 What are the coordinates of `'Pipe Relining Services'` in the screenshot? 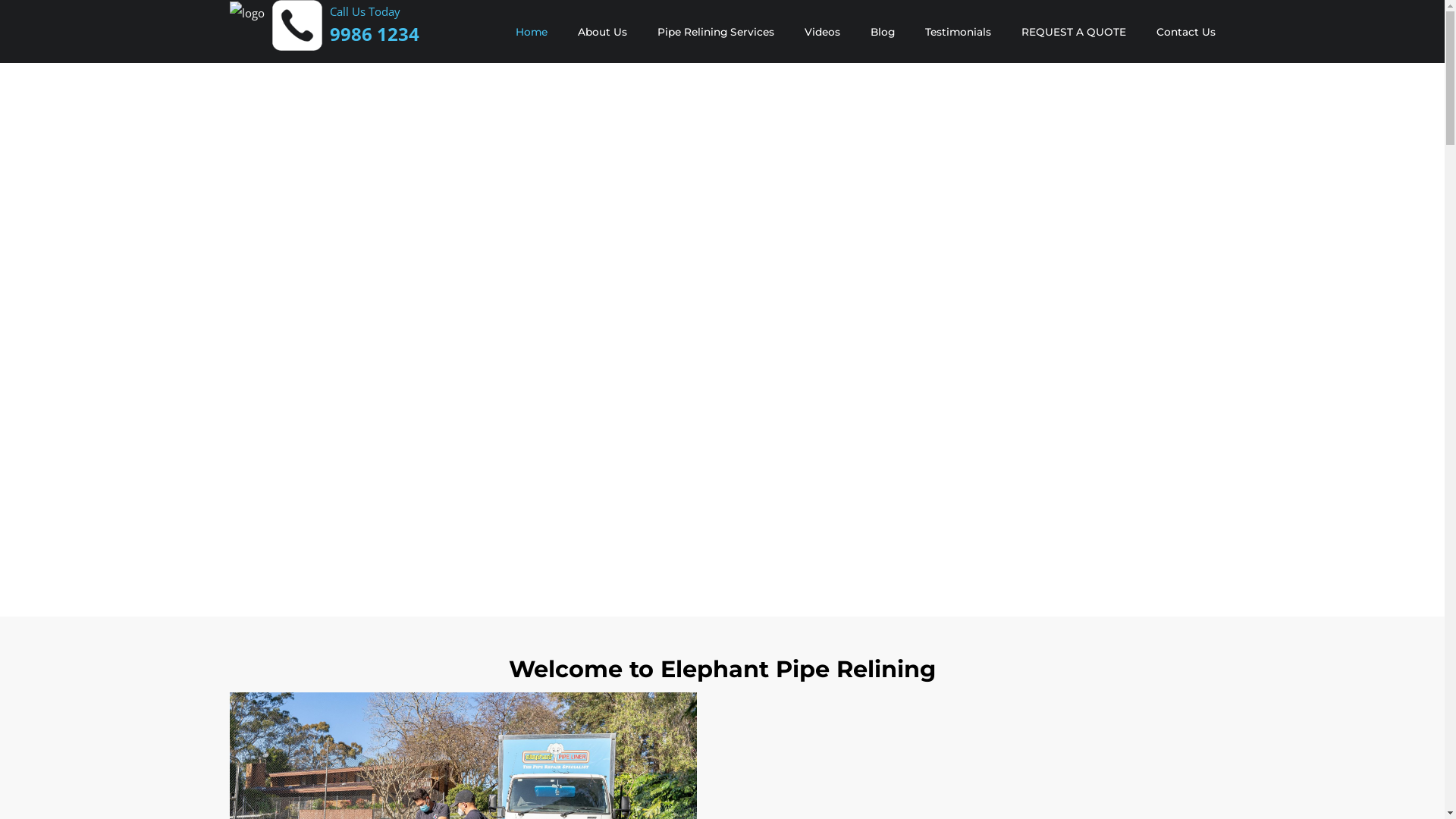 It's located at (714, 32).